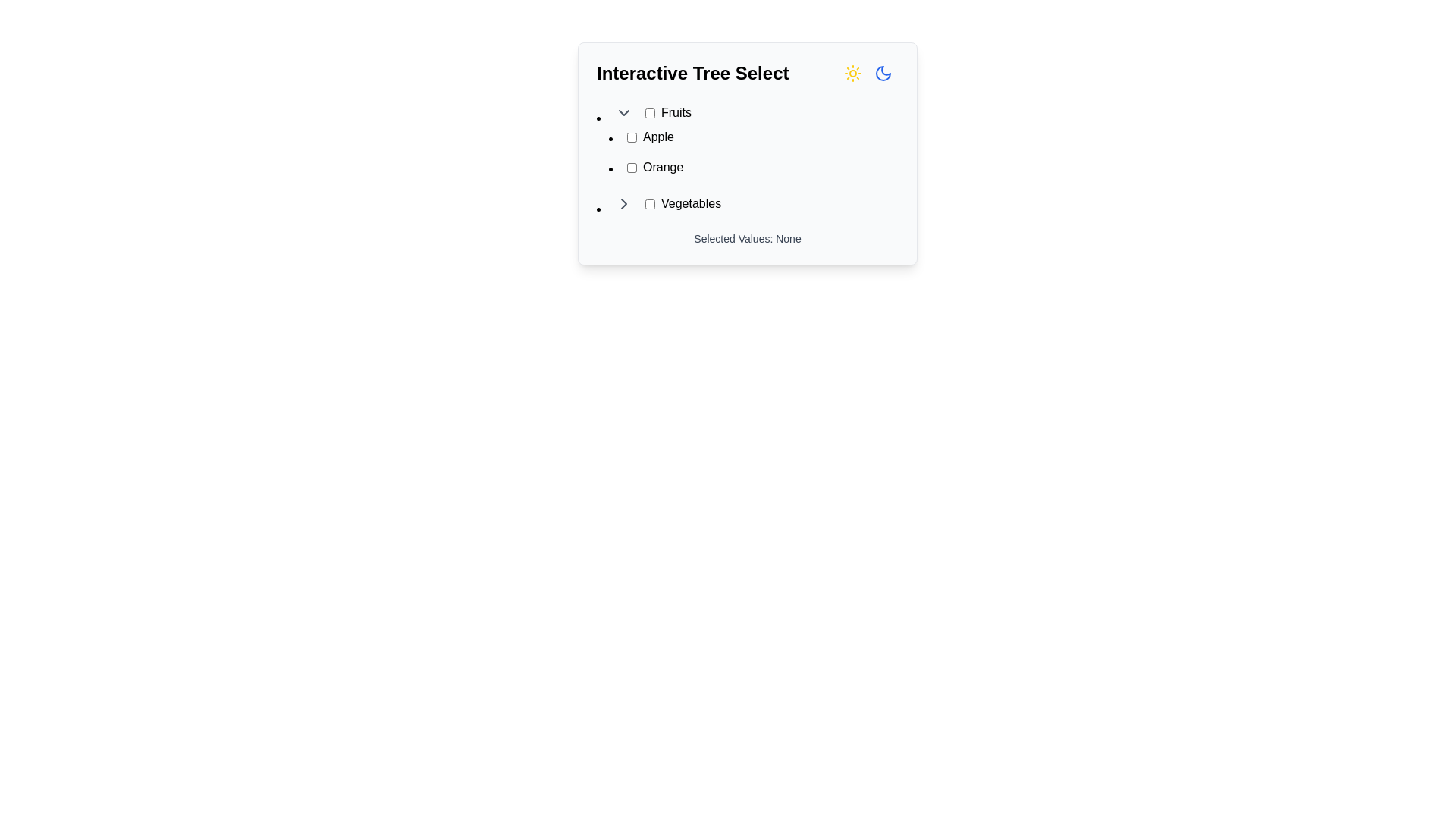  I want to click on the text label that denotes the selectable item 'Apple' located in the 'Fruits' category of the tree selection interface, so click(658, 137).